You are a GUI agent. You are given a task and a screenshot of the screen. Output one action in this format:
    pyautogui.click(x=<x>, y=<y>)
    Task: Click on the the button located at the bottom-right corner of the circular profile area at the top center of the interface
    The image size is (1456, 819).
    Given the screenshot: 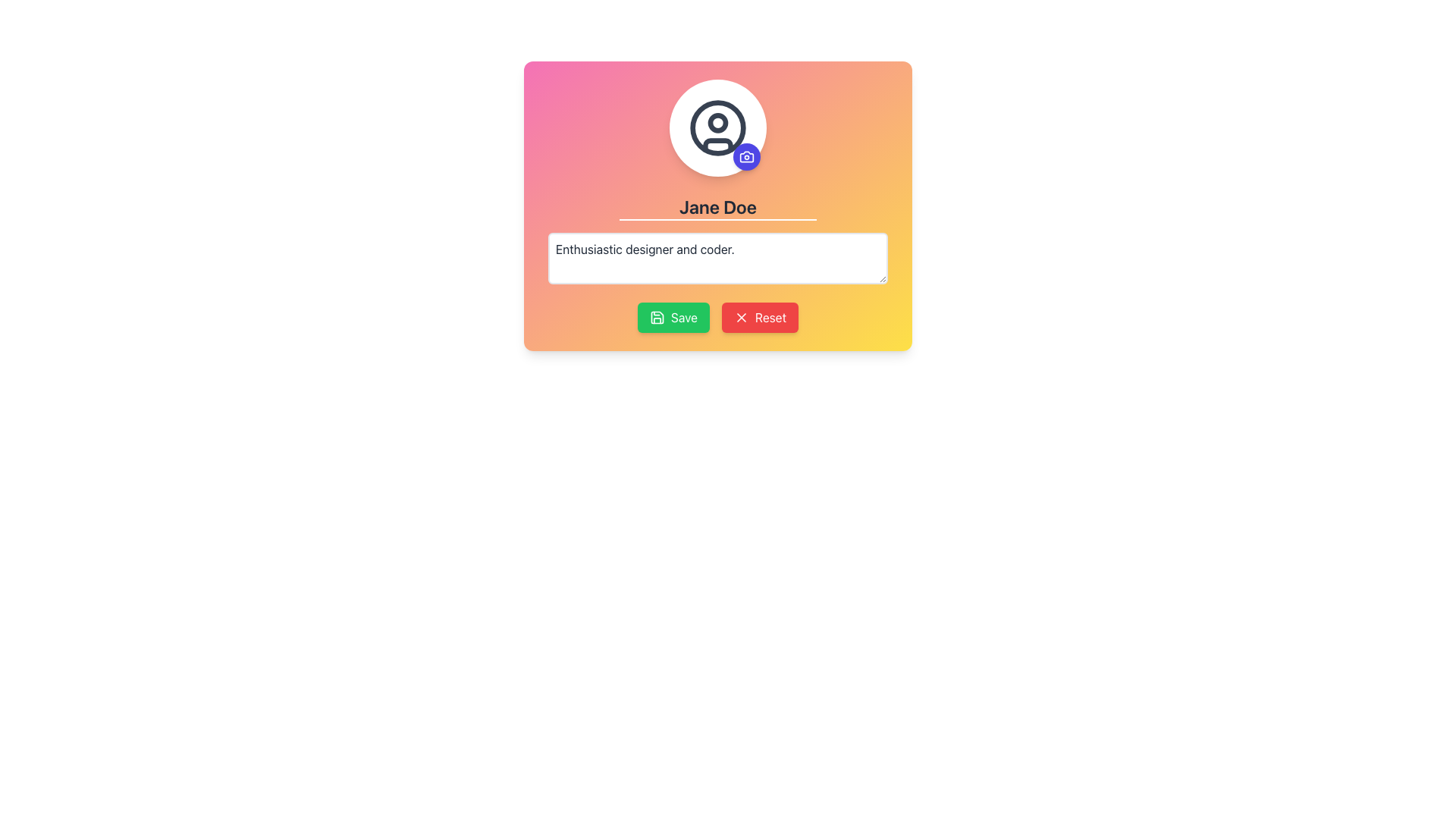 What is the action you would take?
    pyautogui.click(x=746, y=157)
    